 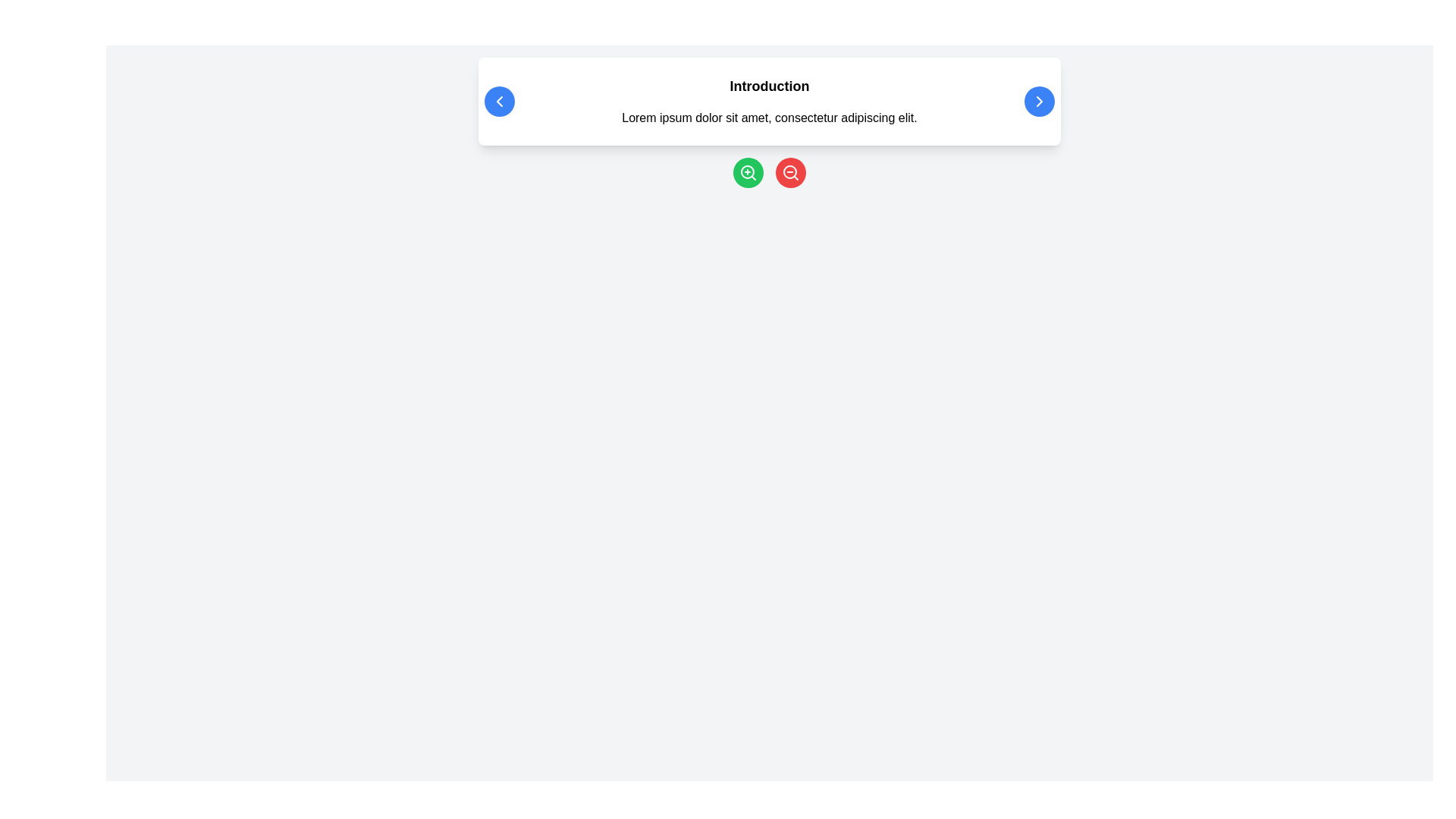 What do you see at coordinates (1039, 102) in the screenshot?
I see `the chevron icon within the circular blue button located in the top-right corner of the white card` at bounding box center [1039, 102].